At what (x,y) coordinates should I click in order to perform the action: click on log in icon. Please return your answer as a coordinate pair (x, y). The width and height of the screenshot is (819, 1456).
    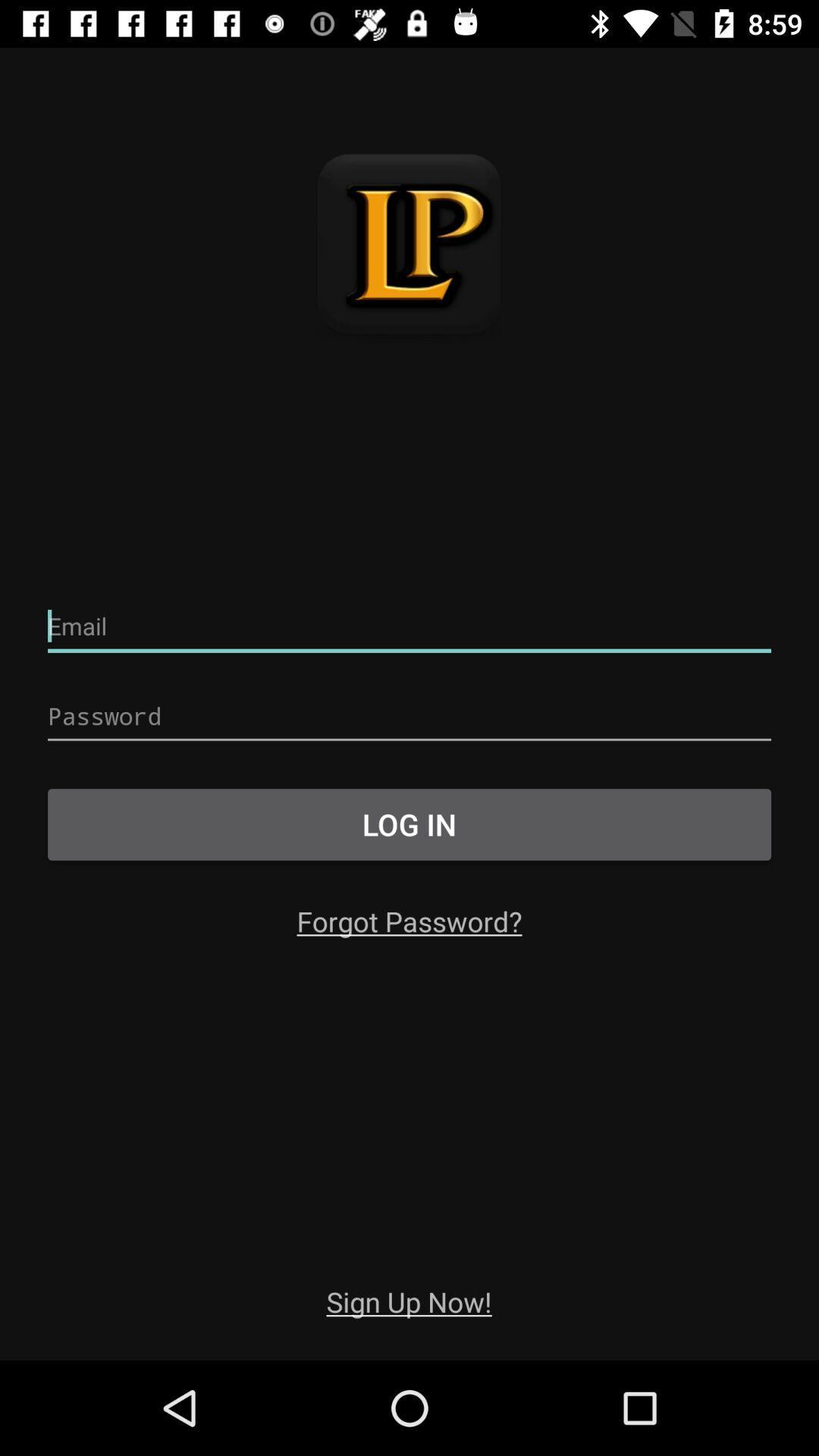
    Looking at the image, I should click on (409, 824).